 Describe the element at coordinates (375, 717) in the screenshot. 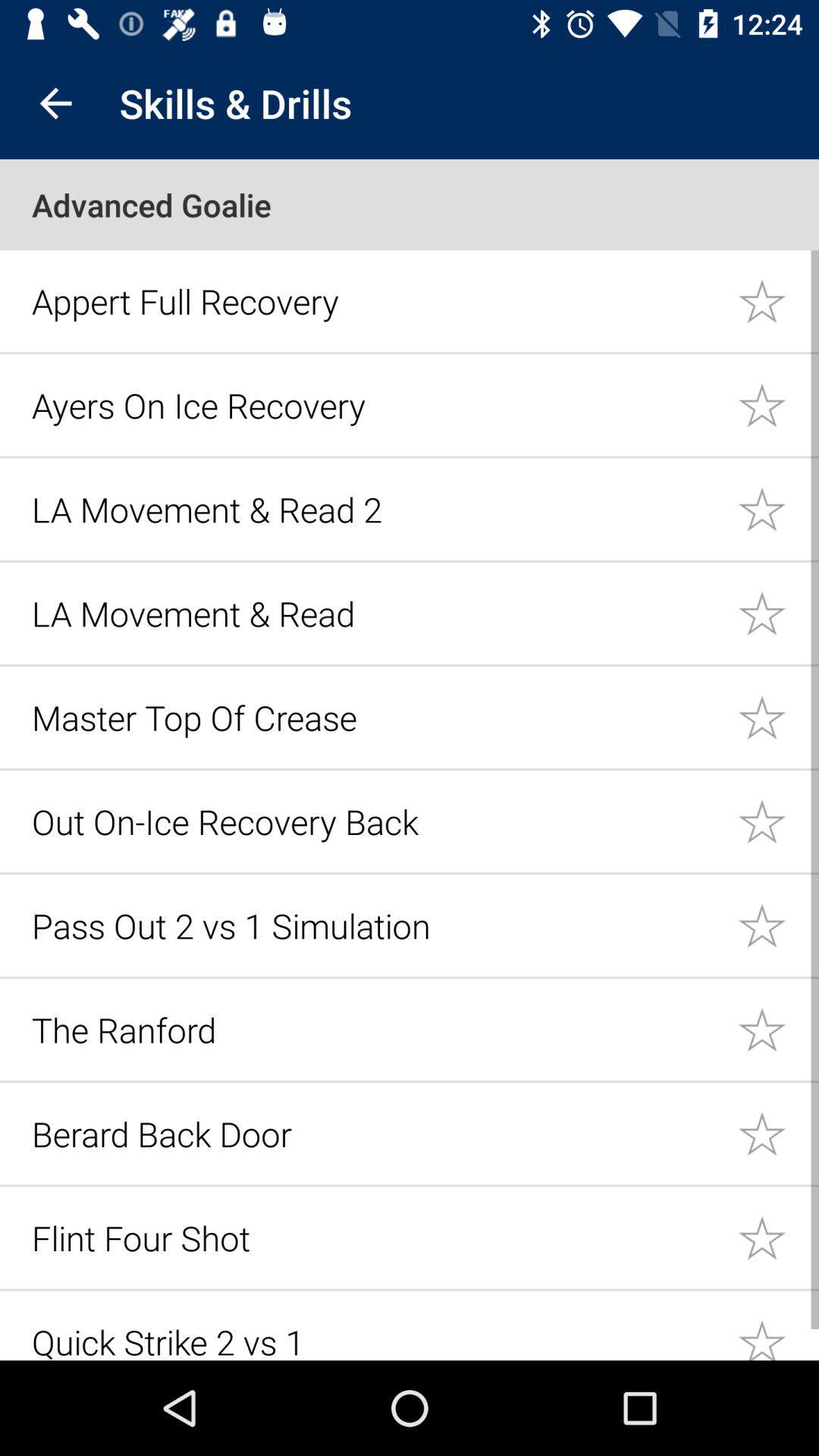

I see `icon above out on ice icon` at that location.